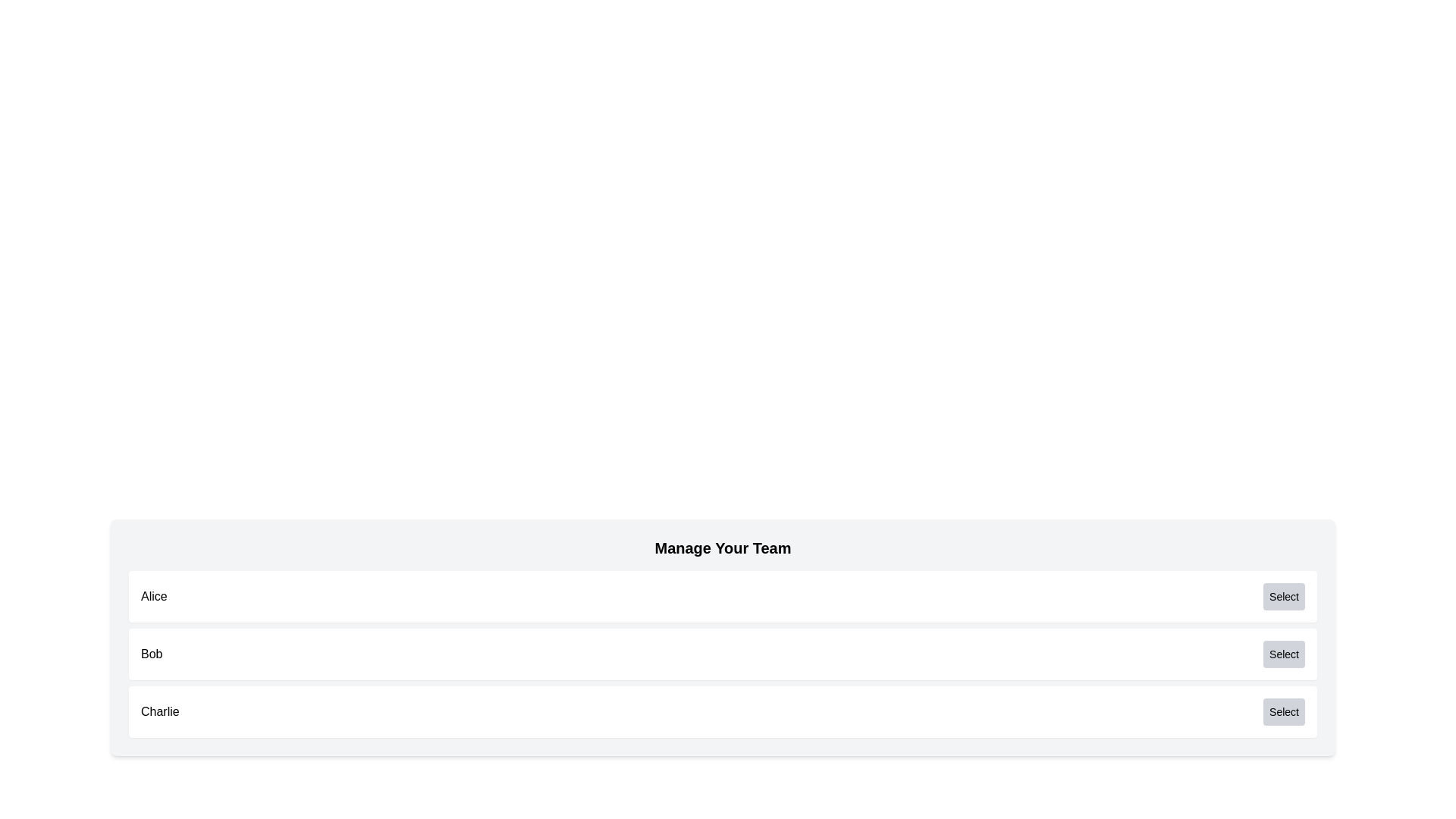 The height and width of the screenshot is (819, 1456). What do you see at coordinates (160, 711) in the screenshot?
I see `the text label displaying the name 'Charlie', which is located on the leftmost side of a card section, third in a vertical list of similar sections` at bounding box center [160, 711].